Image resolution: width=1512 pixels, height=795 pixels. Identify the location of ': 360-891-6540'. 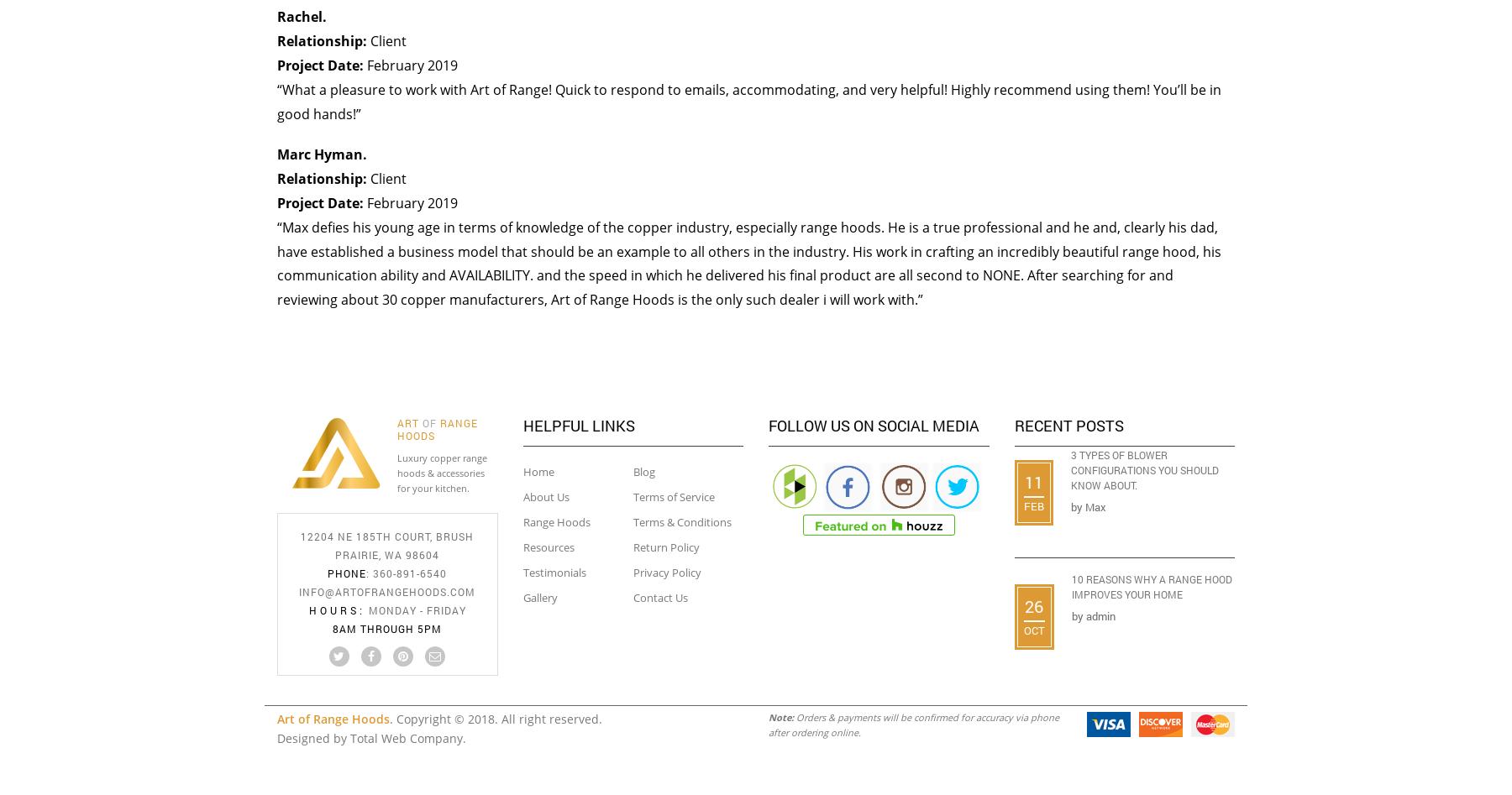
(406, 572).